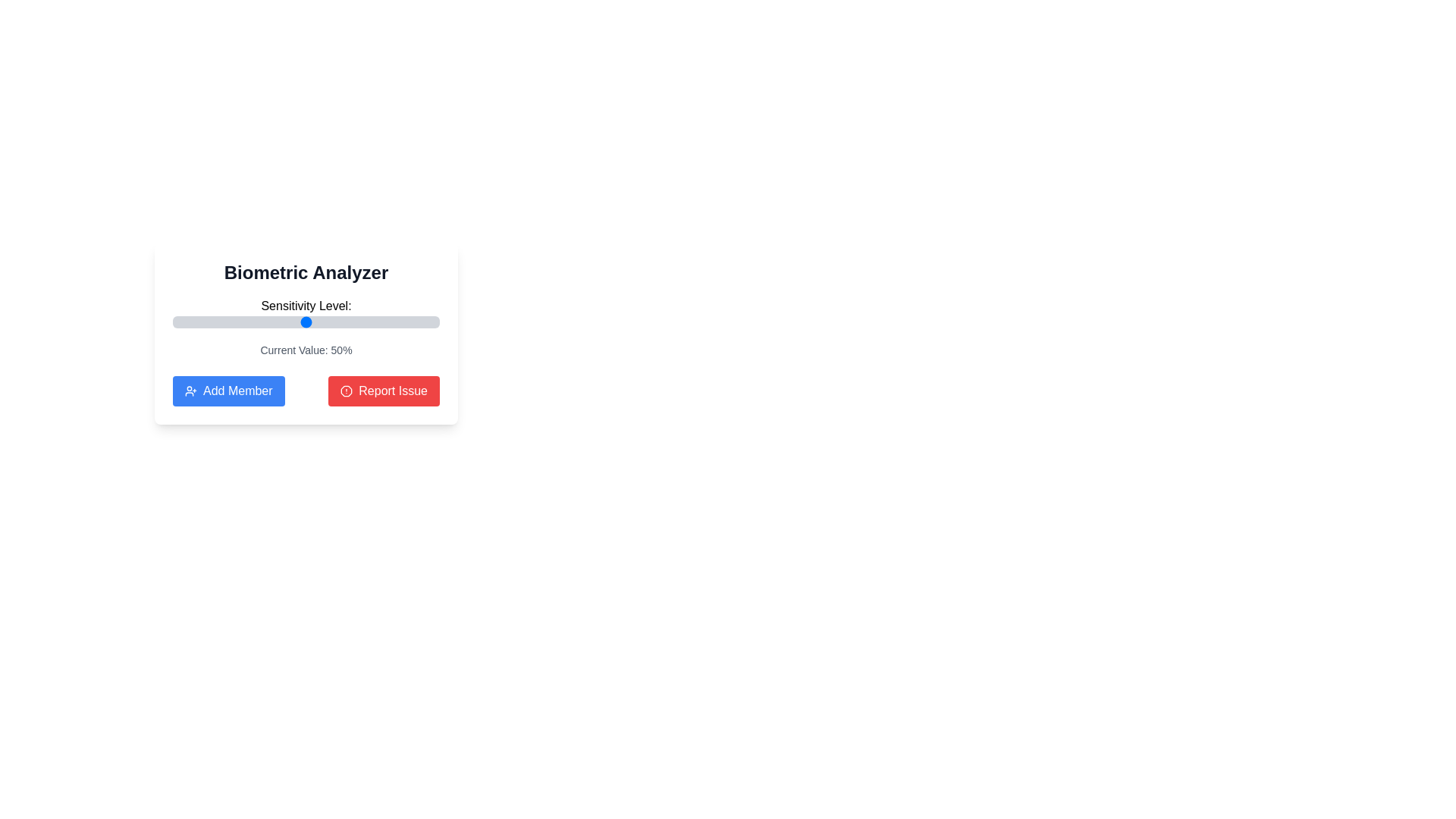 The height and width of the screenshot is (819, 1456). What do you see at coordinates (190, 391) in the screenshot?
I see `the decorative icon located to the left of the 'Add Member' text on the button` at bounding box center [190, 391].